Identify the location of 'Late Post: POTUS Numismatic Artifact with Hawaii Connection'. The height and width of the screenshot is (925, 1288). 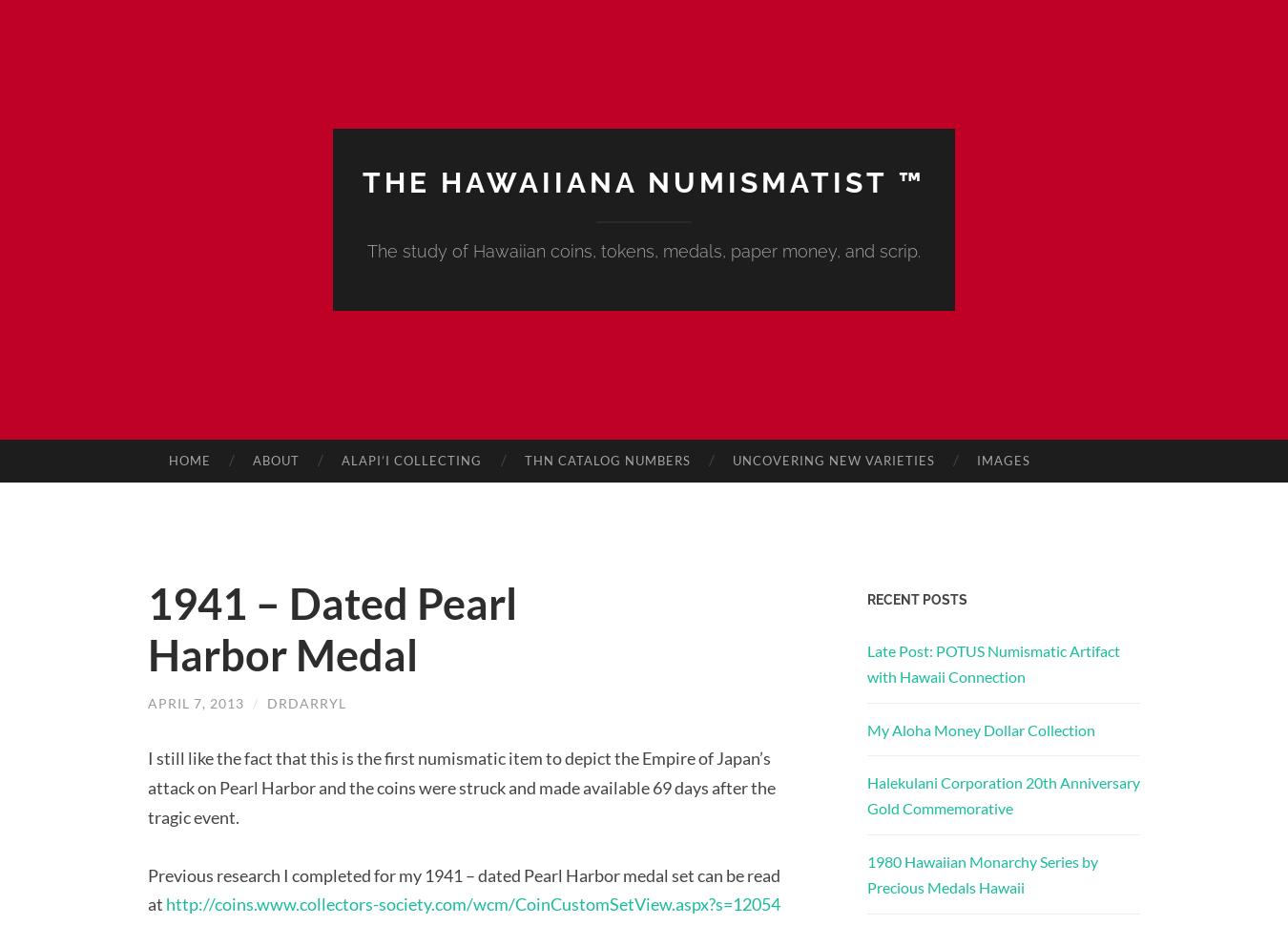
(993, 663).